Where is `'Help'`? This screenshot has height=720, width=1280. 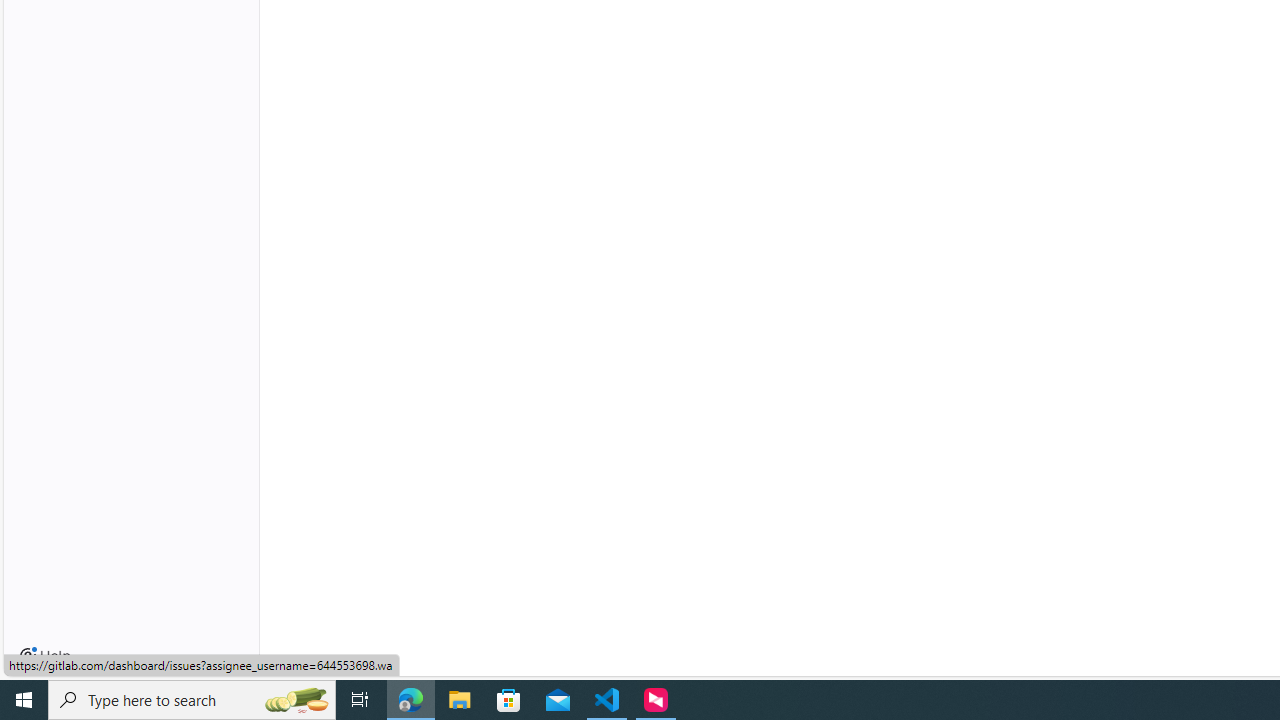
'Help' is located at coordinates (45, 655).